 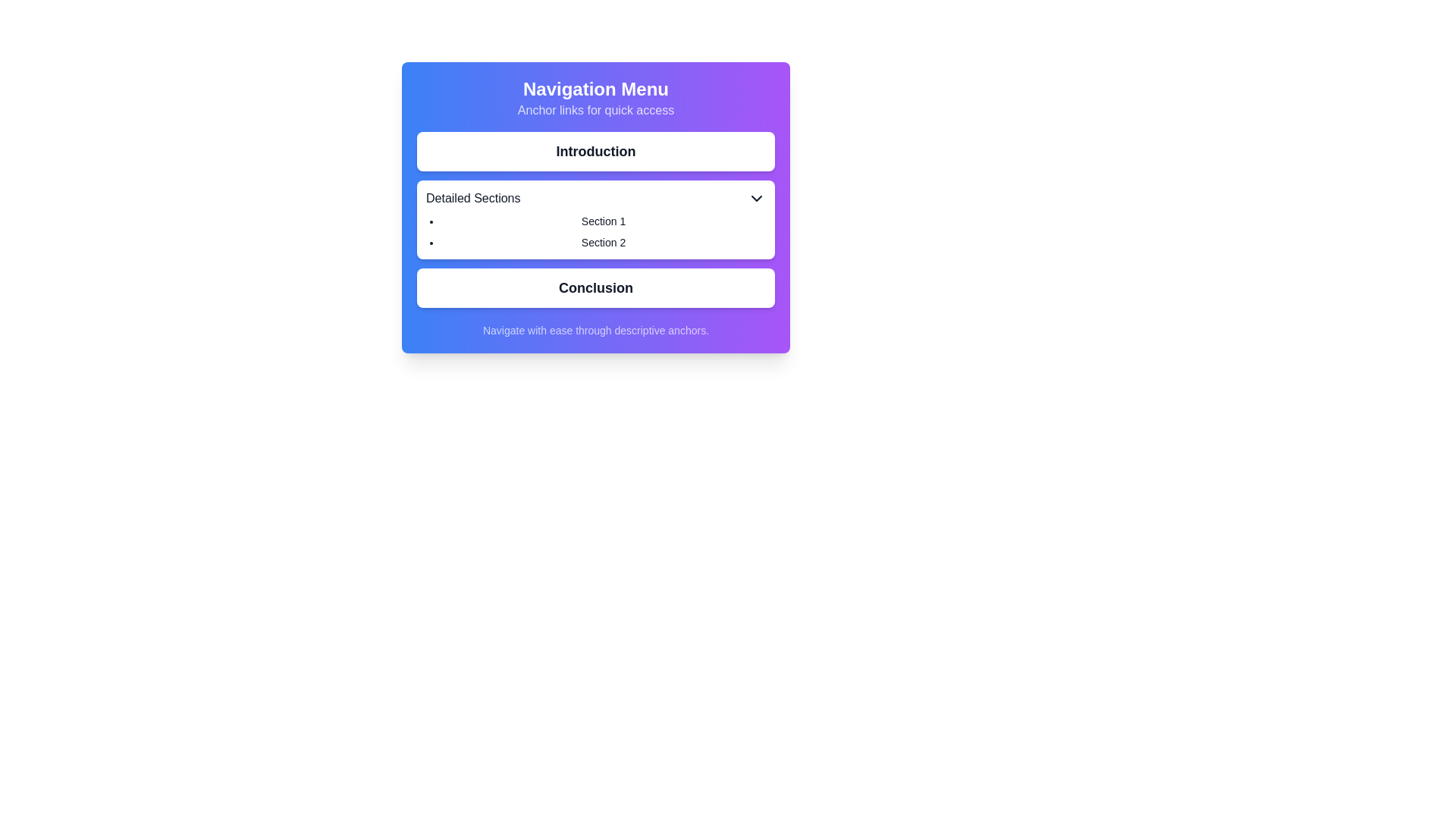 I want to click on the Dropdown indicator icon located to the right of the text 'Detailed Sections', so click(x=757, y=198).